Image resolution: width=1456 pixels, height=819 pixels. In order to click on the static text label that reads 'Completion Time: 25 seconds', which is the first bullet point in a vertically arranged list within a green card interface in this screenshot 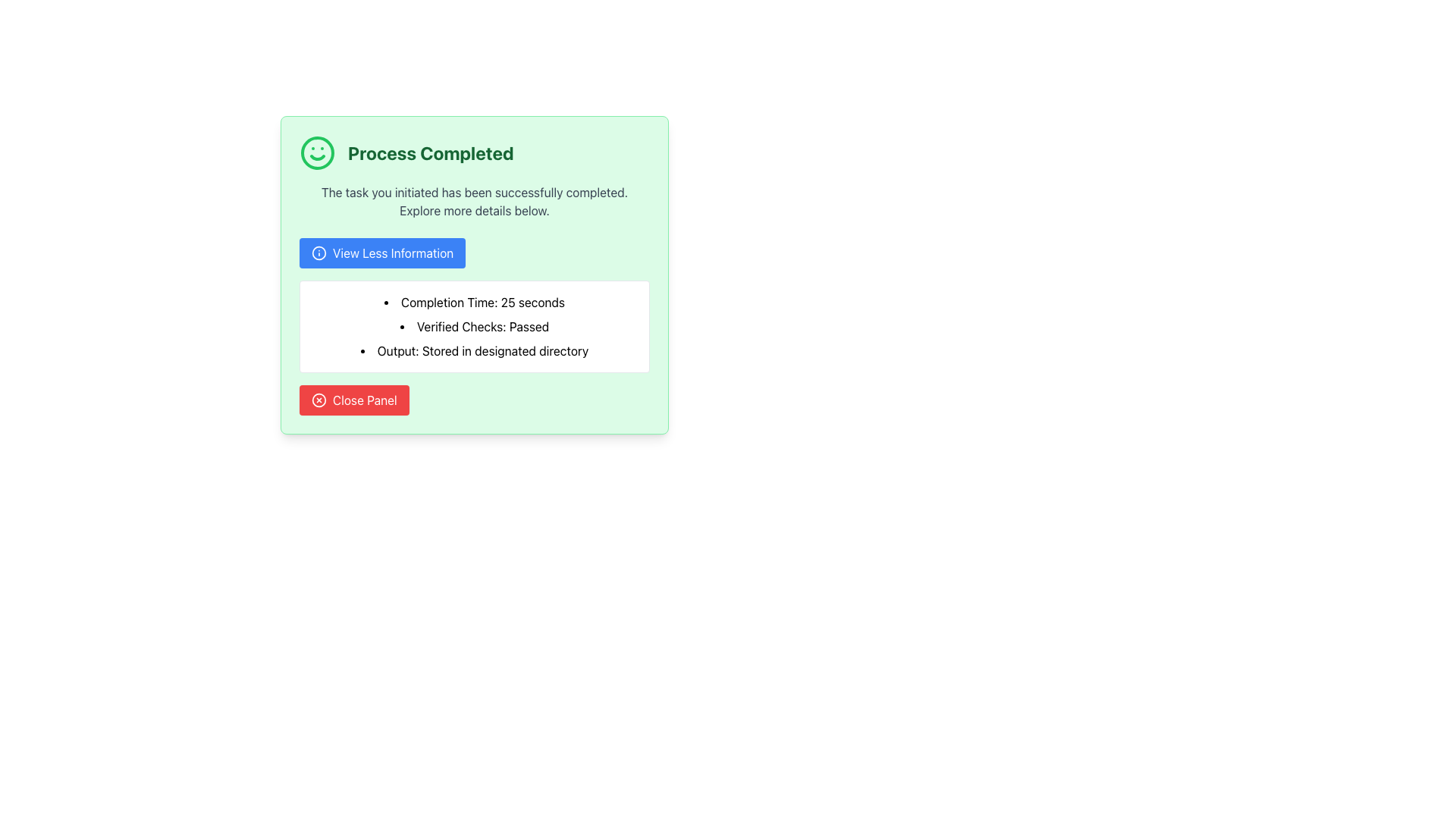, I will do `click(473, 302)`.